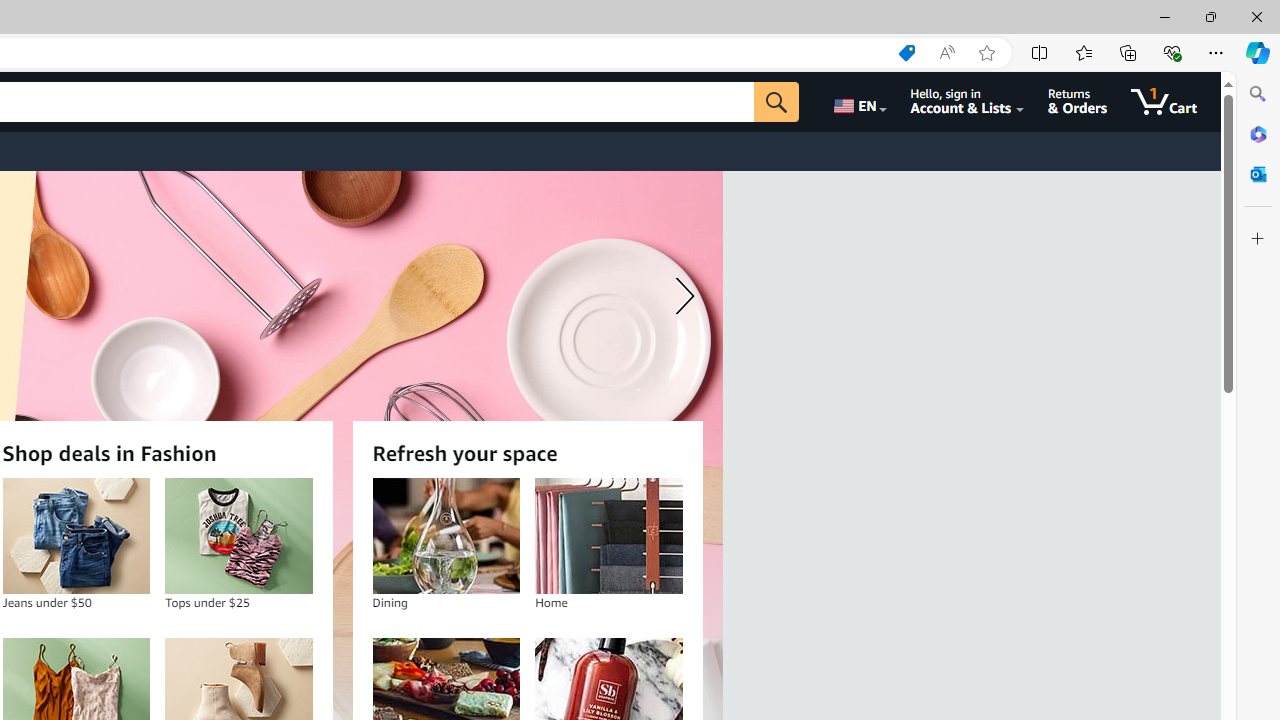 Image resolution: width=1280 pixels, height=720 pixels. Describe the element at coordinates (967, 101) in the screenshot. I see `'Hello, sign in Account & Lists'` at that location.